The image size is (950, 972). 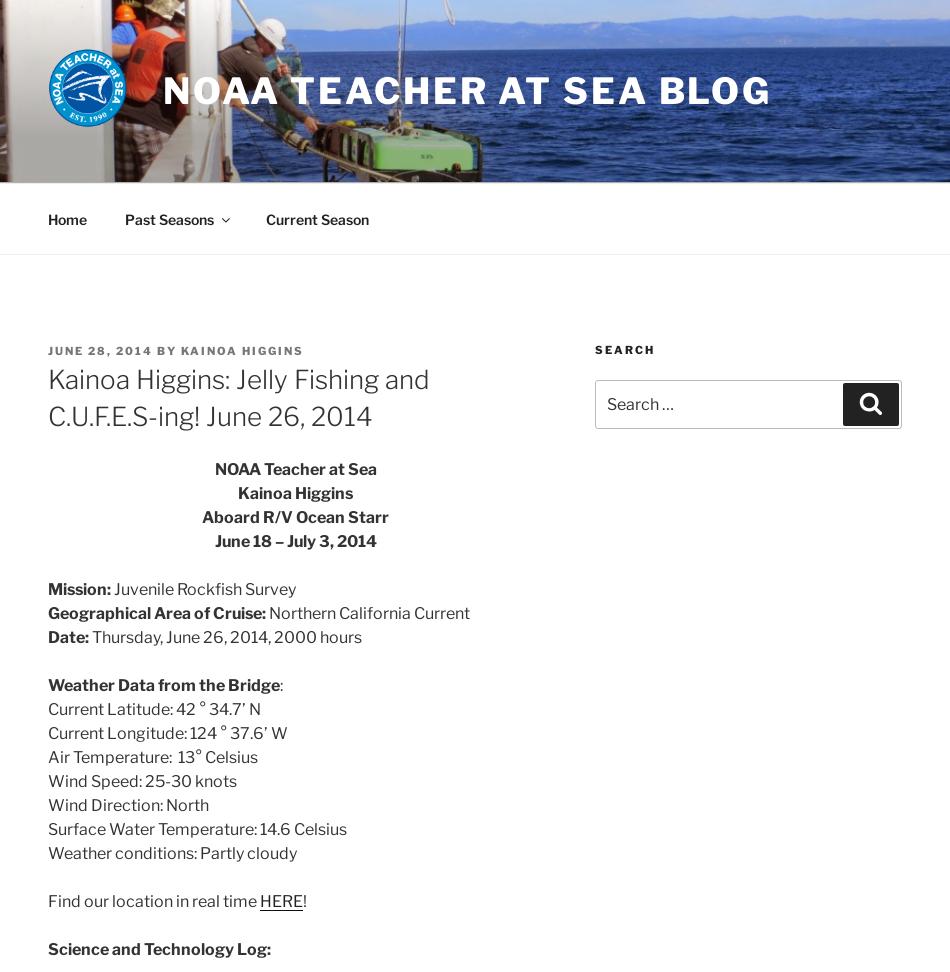 I want to click on 'Past Seasons', so click(x=168, y=217).